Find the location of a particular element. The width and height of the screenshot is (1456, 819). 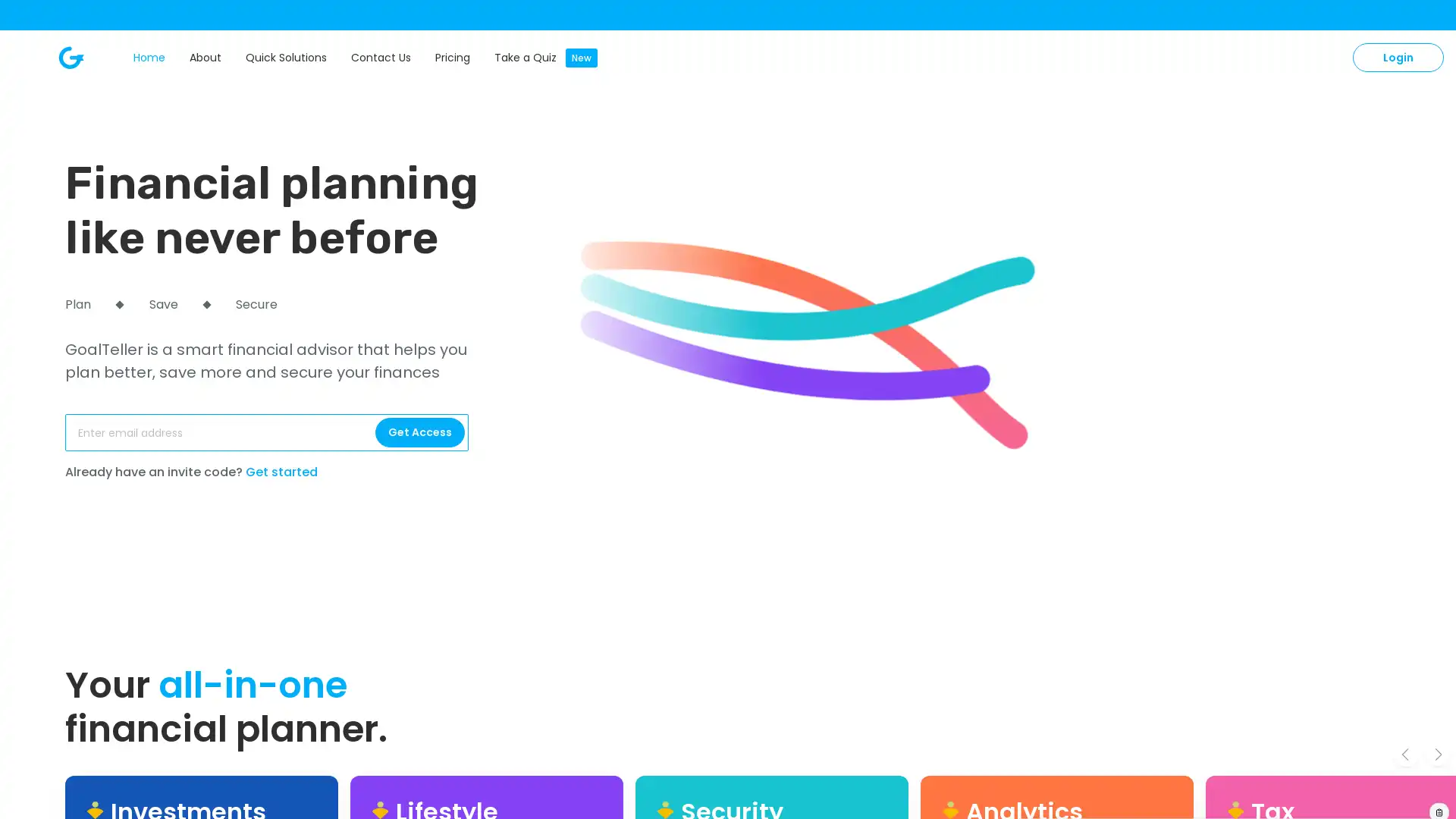

Previous slide is located at coordinates (1404, 754).